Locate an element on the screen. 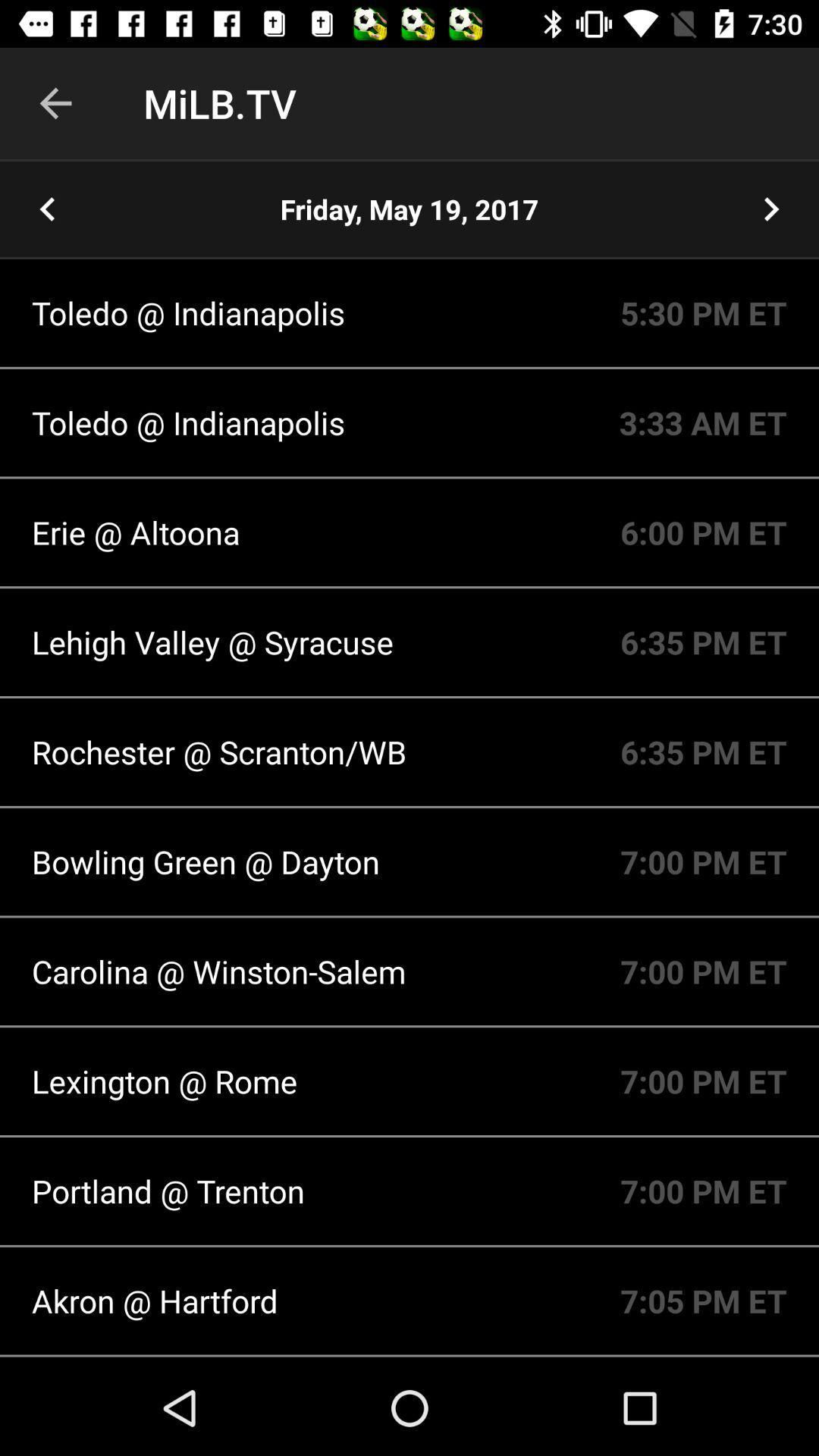 The image size is (819, 1456). the next day is located at coordinates (771, 208).